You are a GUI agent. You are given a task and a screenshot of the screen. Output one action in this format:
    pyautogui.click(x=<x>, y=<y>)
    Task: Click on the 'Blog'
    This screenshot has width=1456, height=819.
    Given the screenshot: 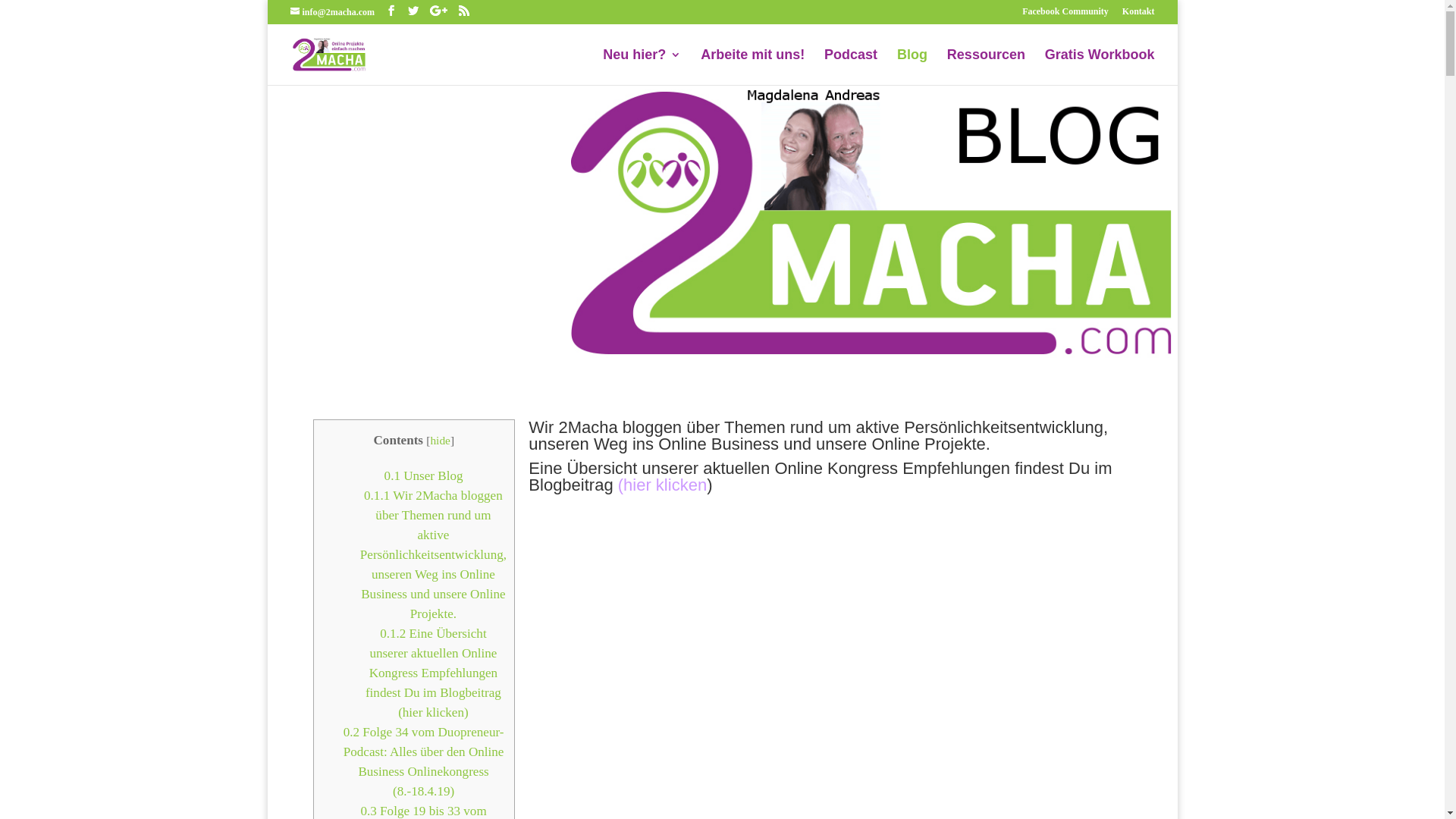 What is the action you would take?
    pyautogui.click(x=912, y=66)
    